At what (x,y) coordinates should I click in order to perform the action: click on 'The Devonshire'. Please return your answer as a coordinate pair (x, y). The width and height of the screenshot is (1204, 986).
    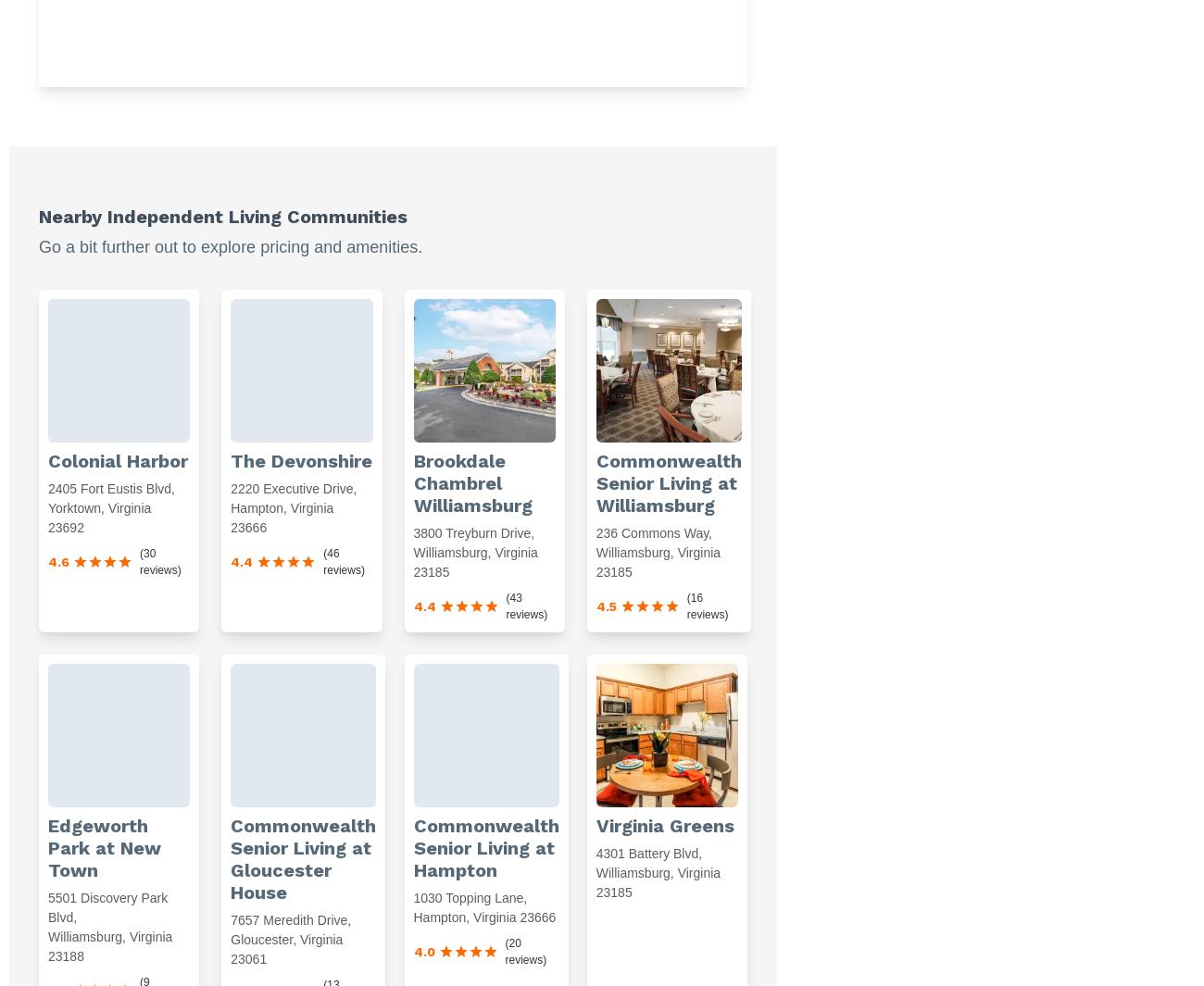
    Looking at the image, I should click on (301, 459).